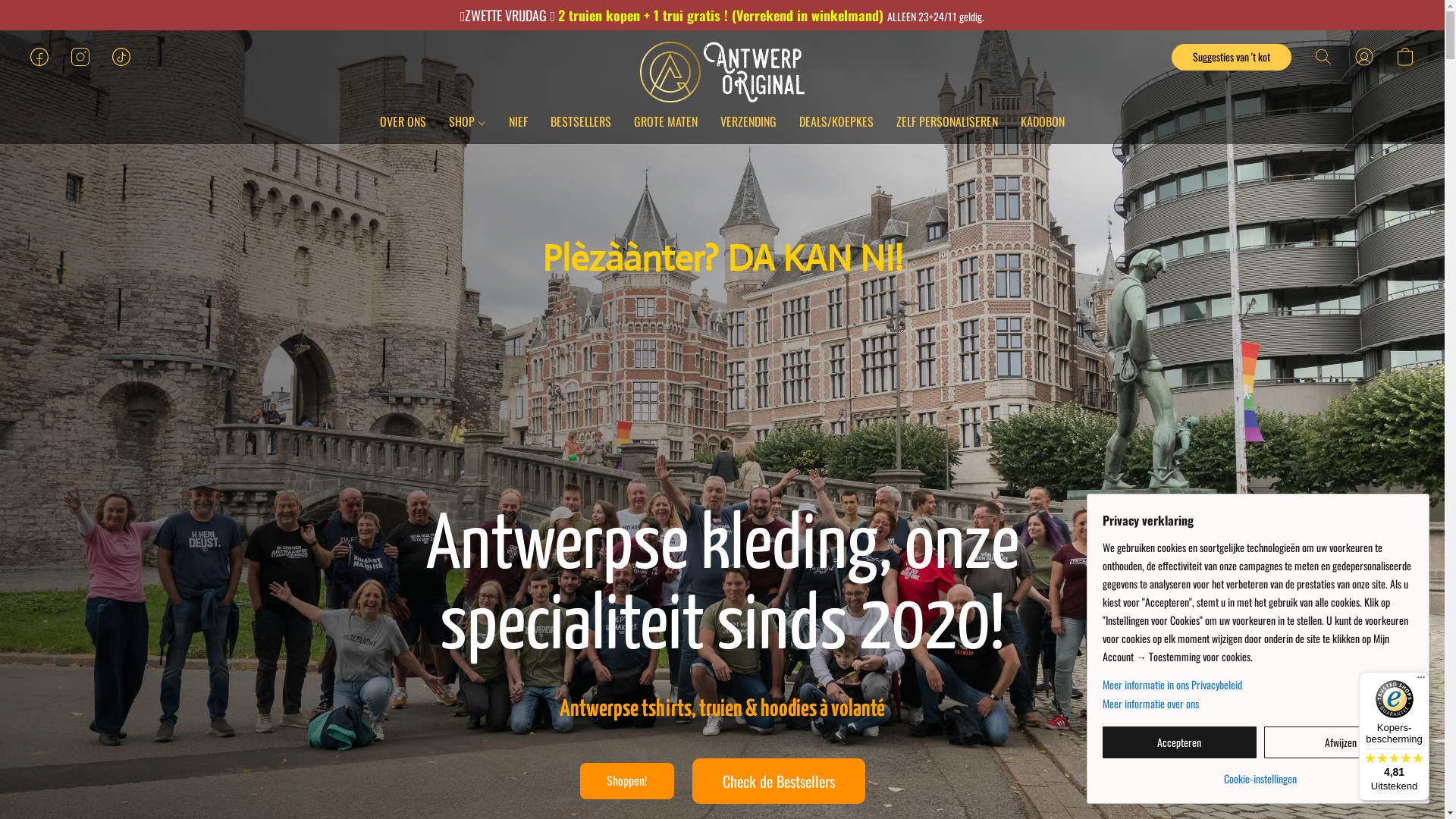 The width and height of the screenshot is (1456, 819). I want to click on 'KADOBON', so click(1036, 120).